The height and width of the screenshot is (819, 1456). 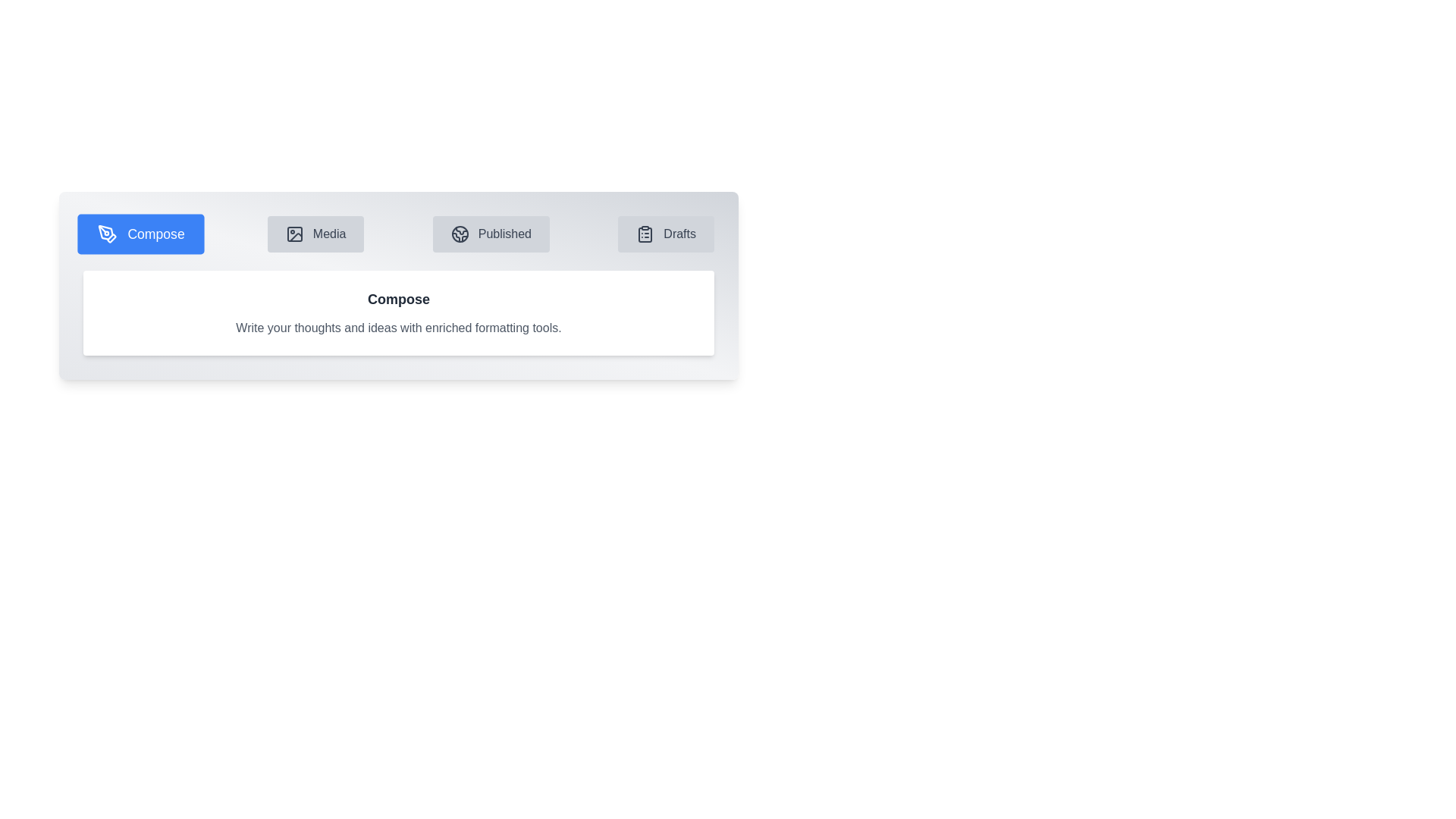 What do you see at coordinates (491, 234) in the screenshot?
I see `the Published tab to observe its visual state change` at bounding box center [491, 234].